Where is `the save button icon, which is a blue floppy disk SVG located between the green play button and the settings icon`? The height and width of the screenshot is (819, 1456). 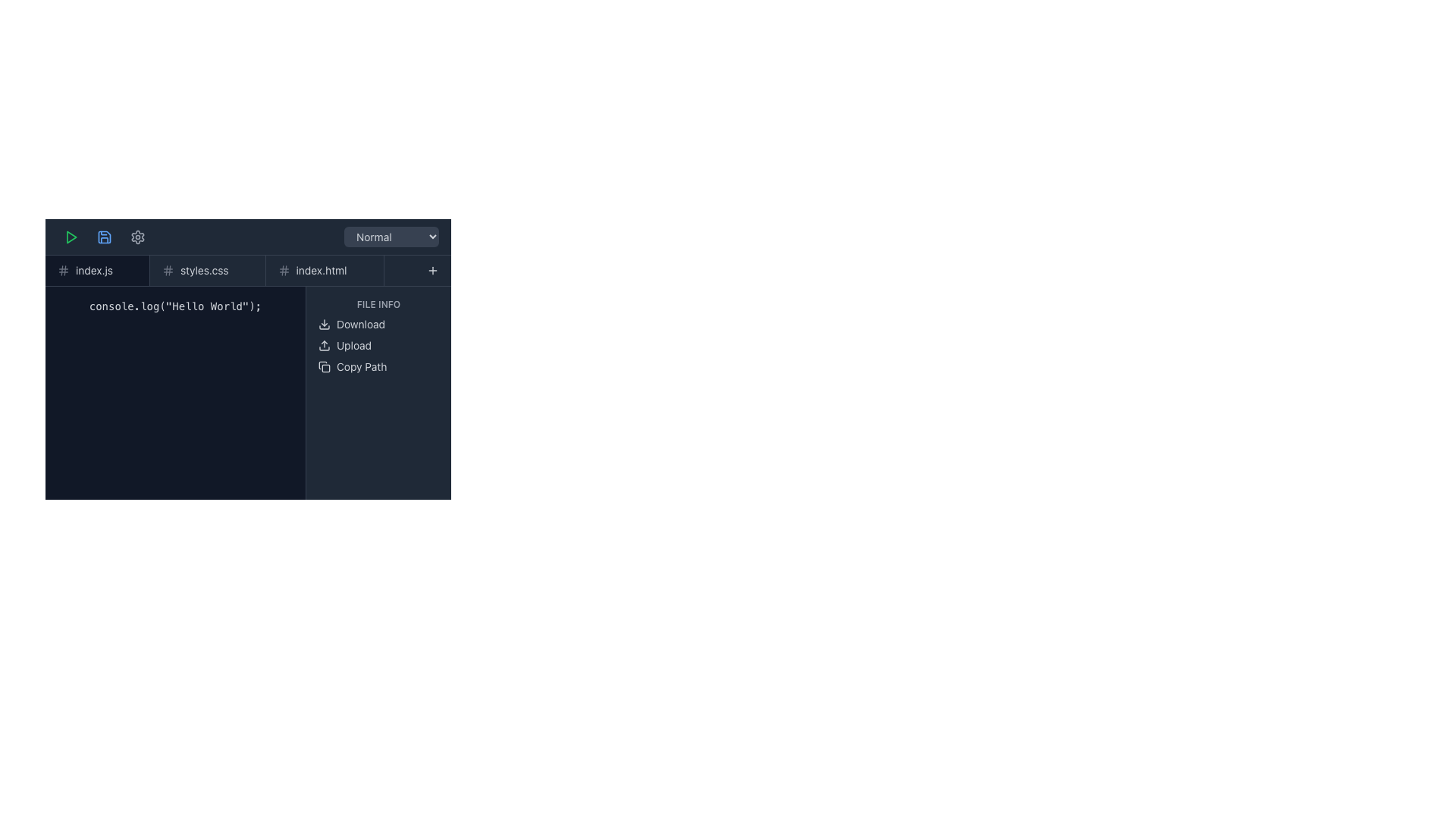 the save button icon, which is a blue floppy disk SVG located between the green play button and the settings icon is located at coordinates (104, 237).